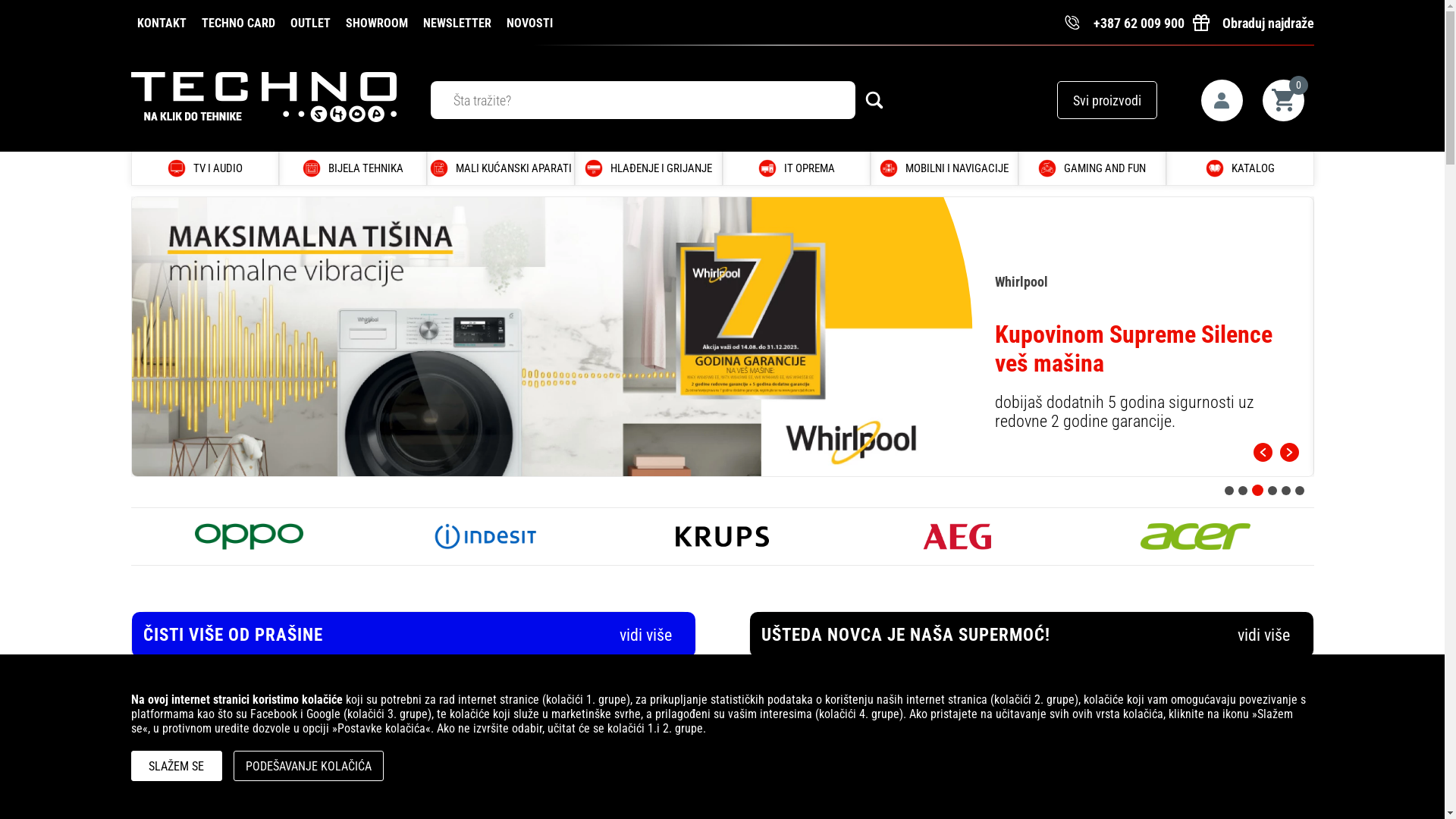 The image size is (1456, 819). I want to click on '+387 62 009 900', so click(1062, 23).